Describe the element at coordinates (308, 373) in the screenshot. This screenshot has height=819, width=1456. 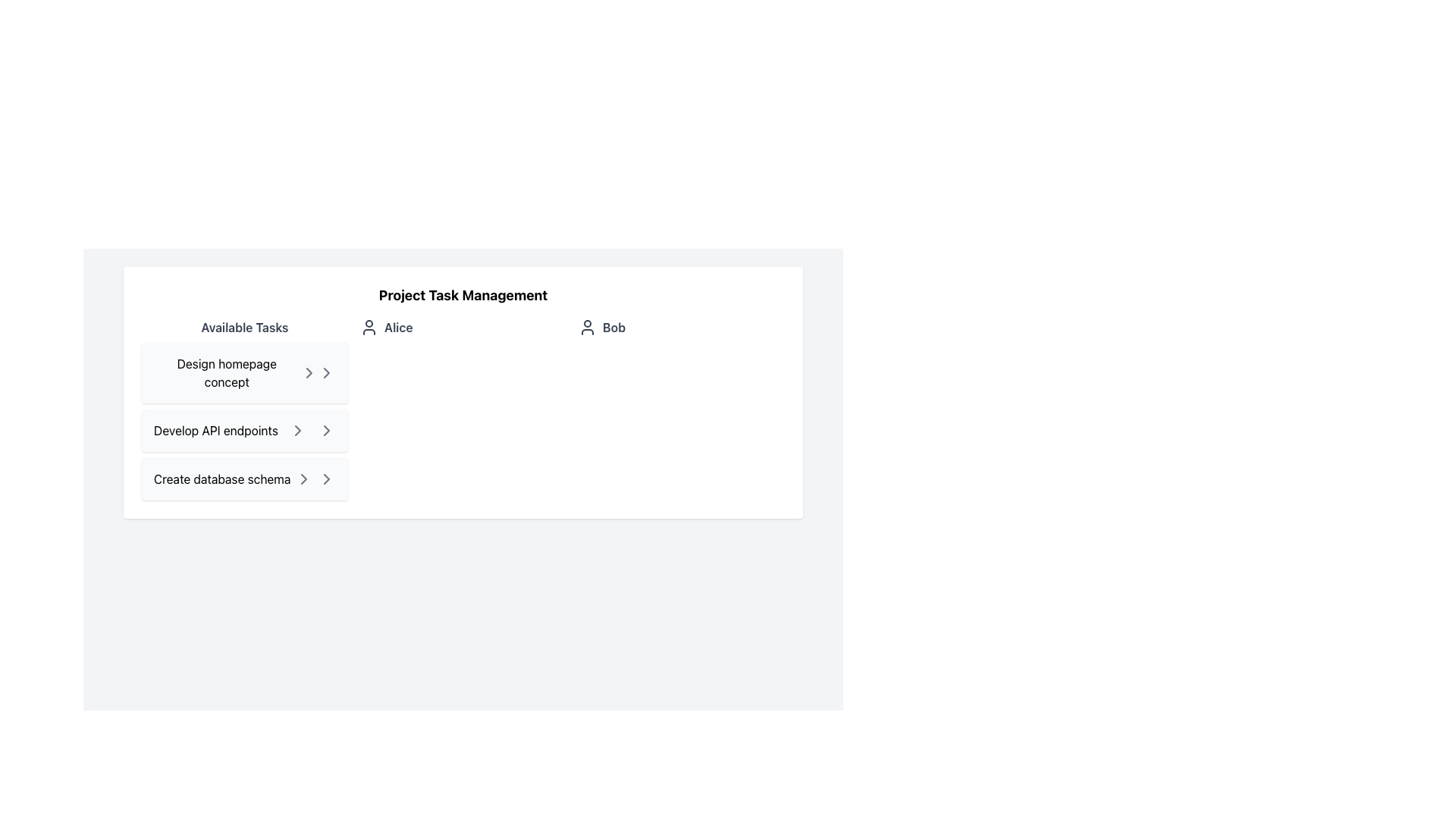
I see `the navigation icon, which is a chevron located on the far-right side of the list item labeled 'Design homepage concept' under the 'Available Tasks' section` at that location.